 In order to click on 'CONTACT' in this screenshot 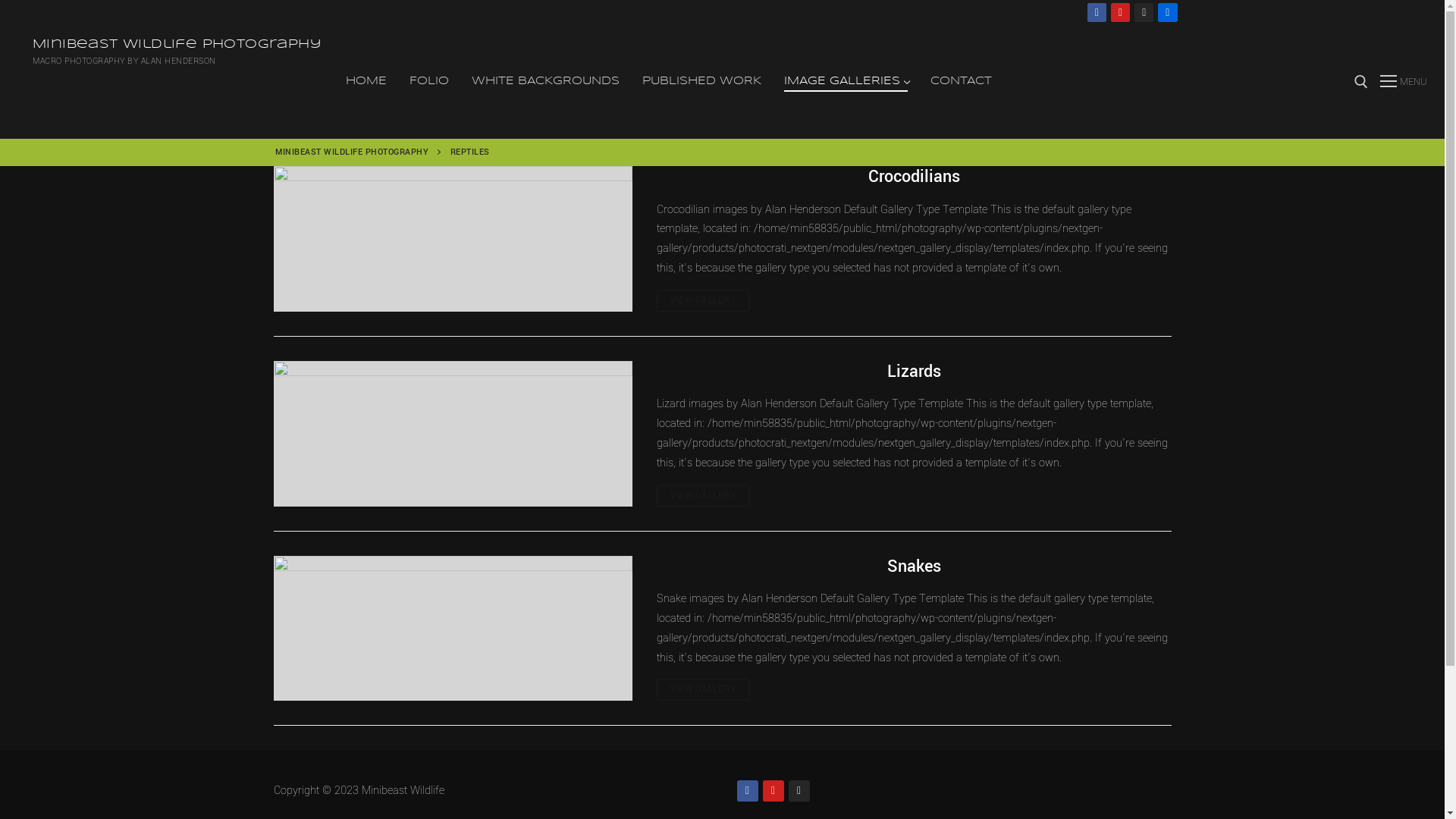, I will do `click(920, 82)`.